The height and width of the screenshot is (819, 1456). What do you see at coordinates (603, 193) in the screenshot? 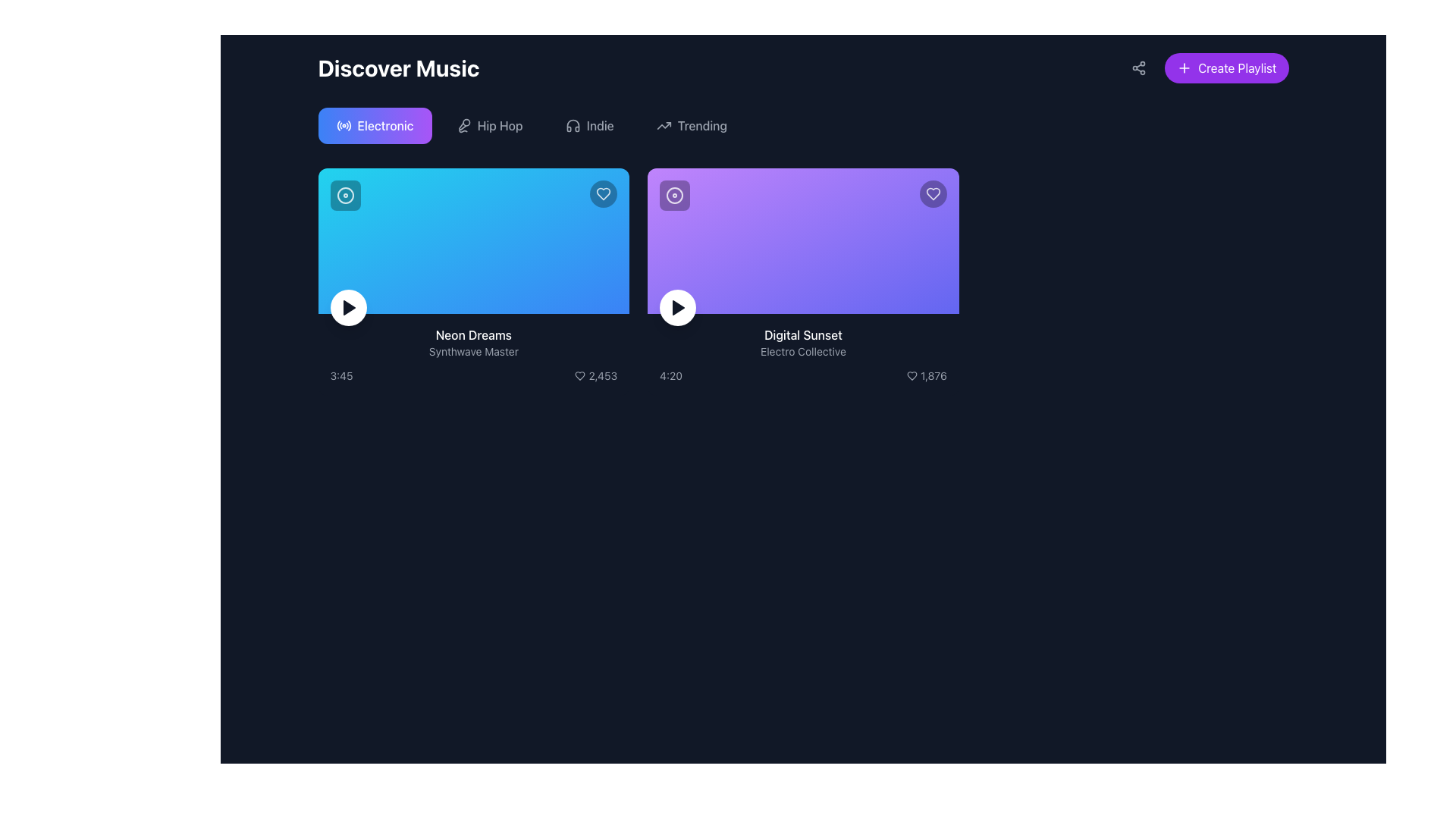
I see `the heart-shaped icon` at bounding box center [603, 193].